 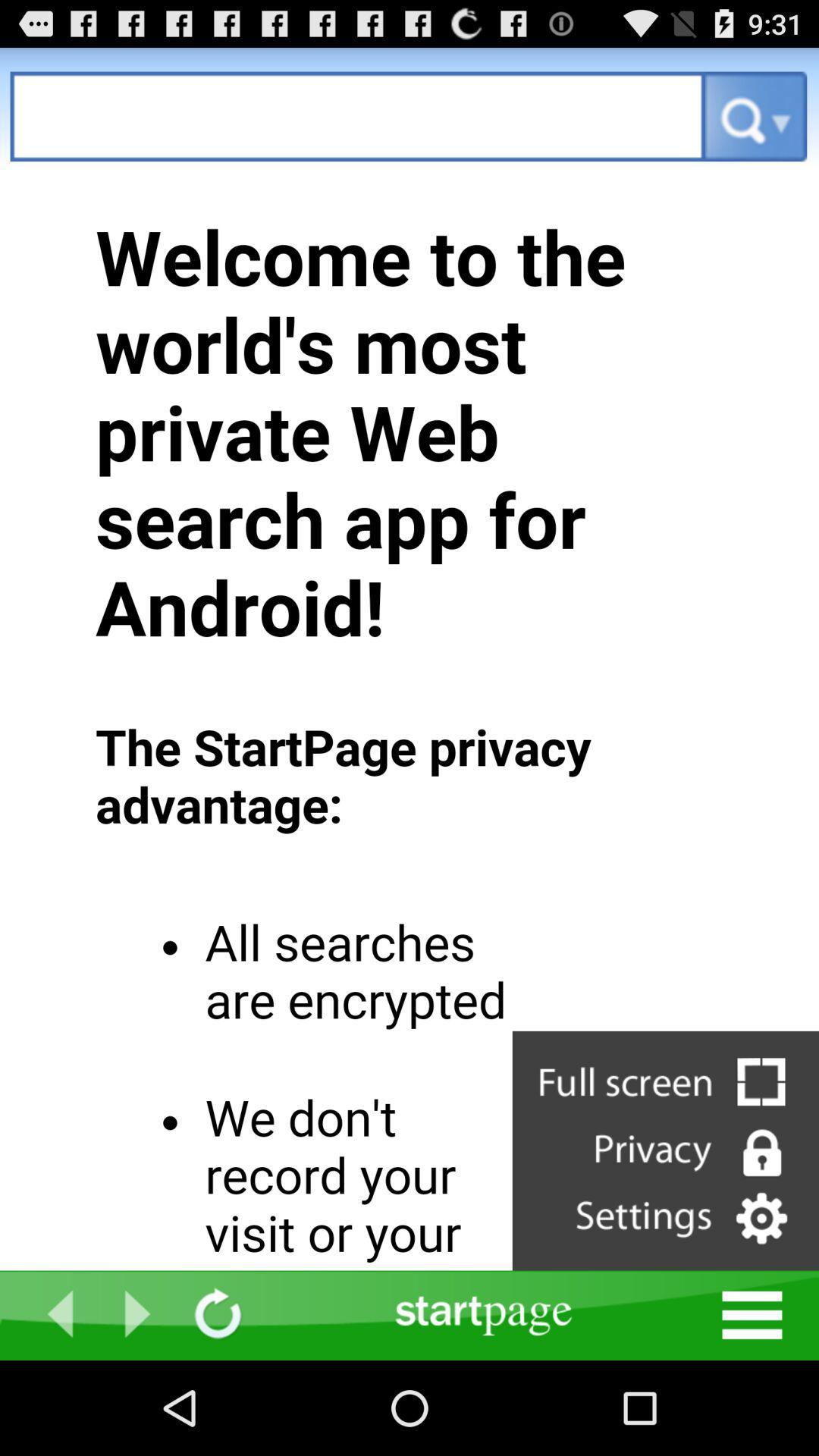 I want to click on search the option, so click(x=357, y=115).